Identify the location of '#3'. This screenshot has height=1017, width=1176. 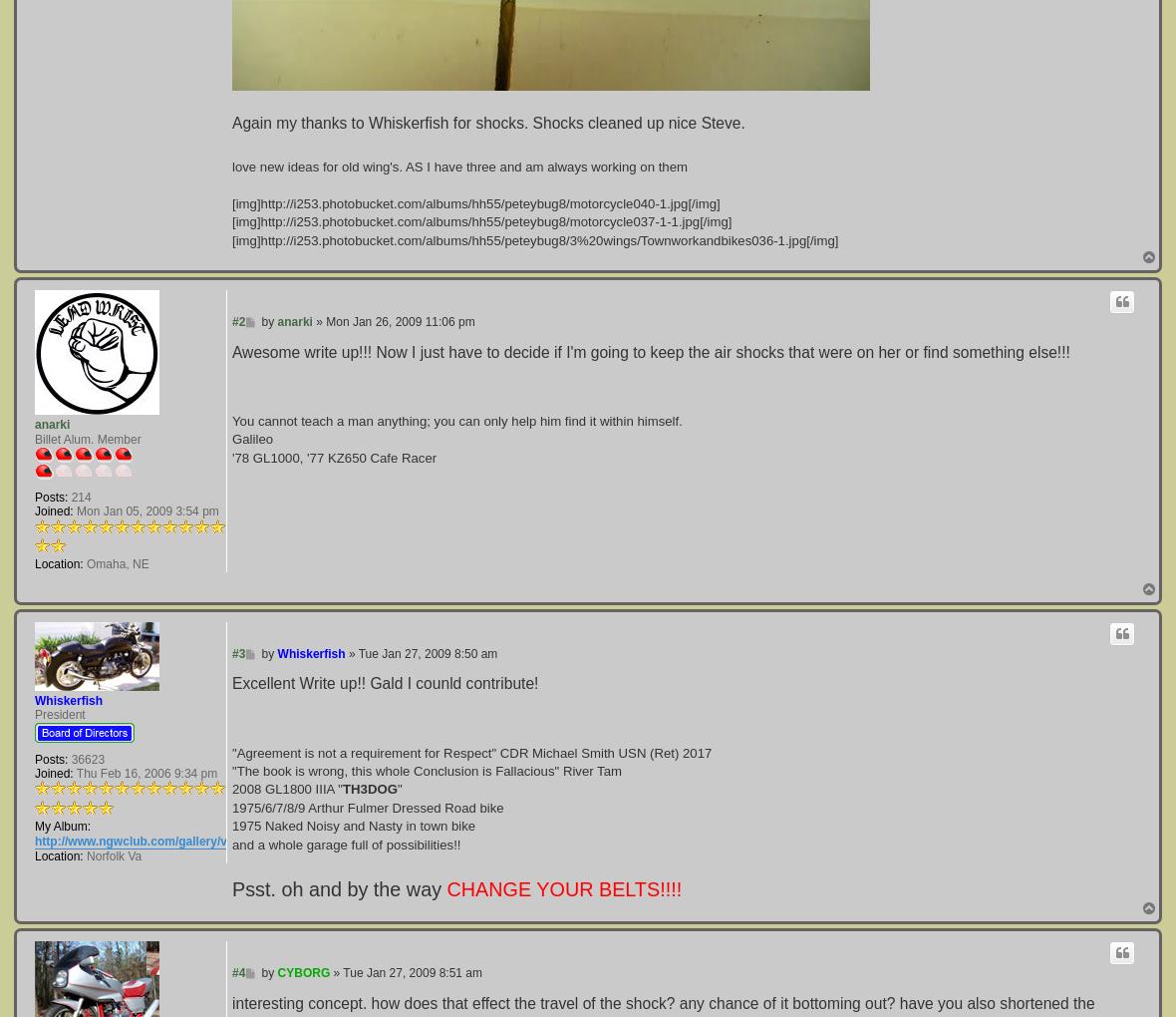
(238, 653).